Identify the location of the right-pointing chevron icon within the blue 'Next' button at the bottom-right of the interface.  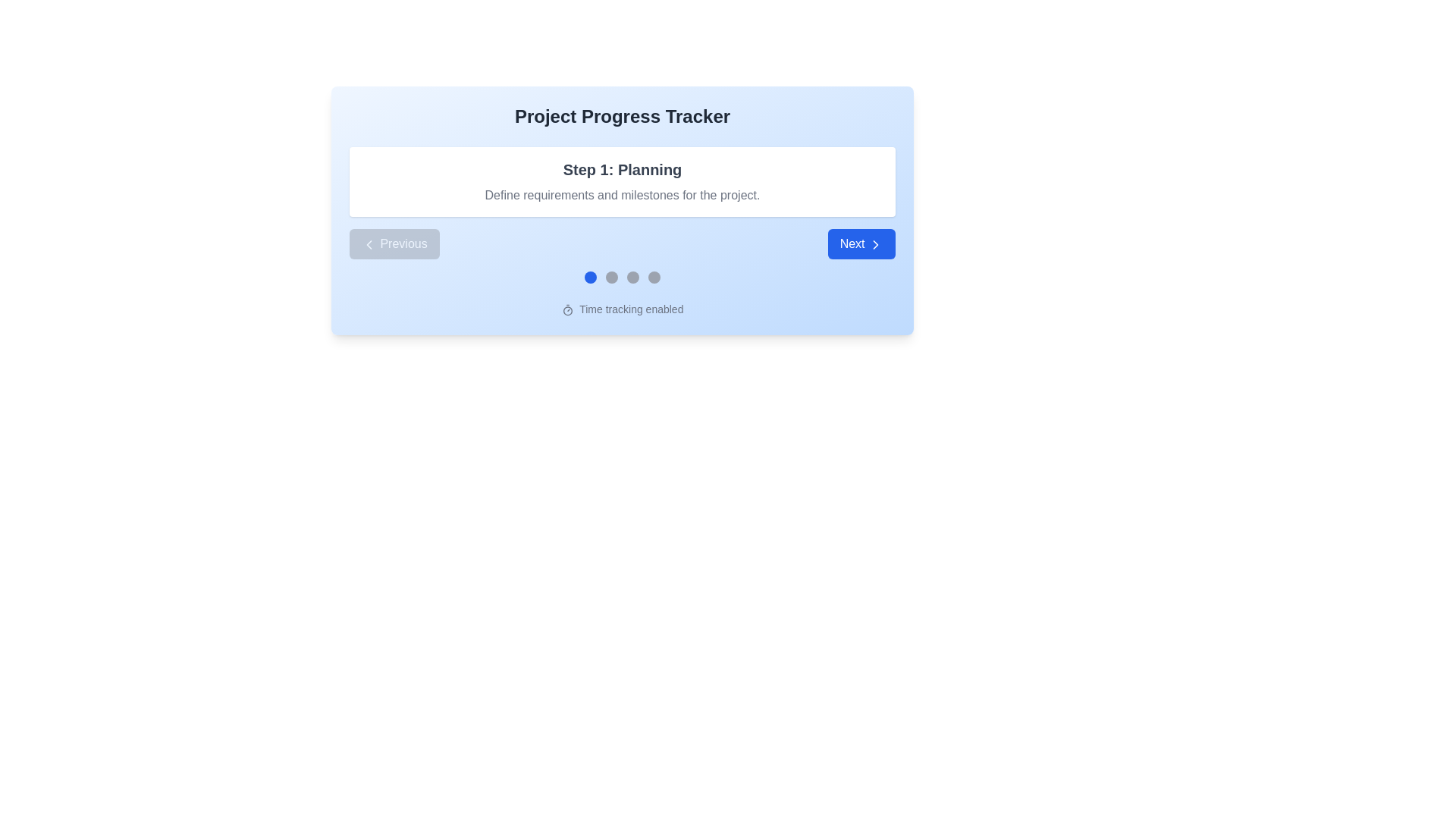
(876, 243).